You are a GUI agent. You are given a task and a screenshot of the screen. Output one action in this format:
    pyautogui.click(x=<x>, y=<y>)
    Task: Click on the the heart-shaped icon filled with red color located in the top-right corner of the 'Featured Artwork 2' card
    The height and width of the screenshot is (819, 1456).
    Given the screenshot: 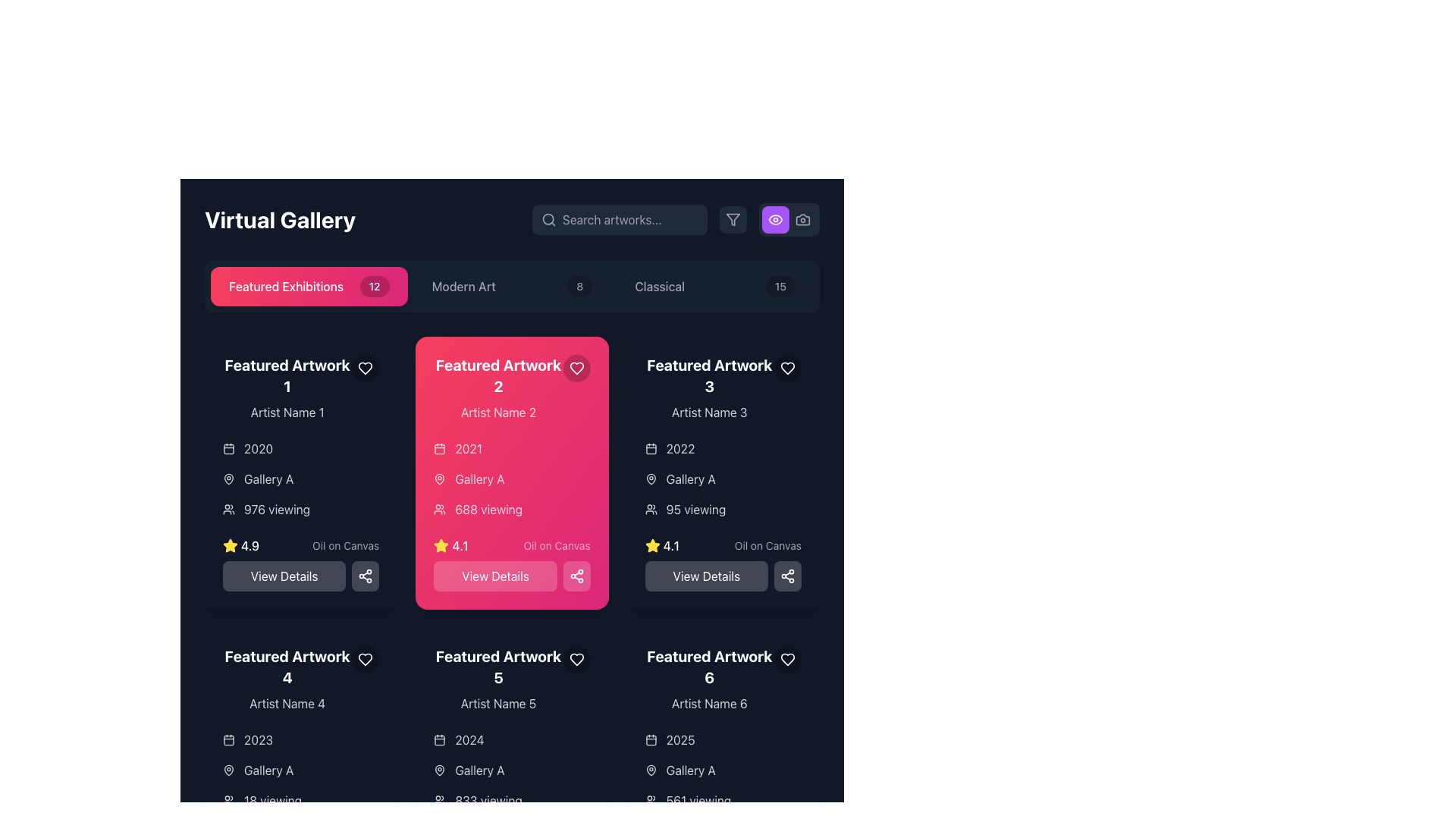 What is the action you would take?
    pyautogui.click(x=576, y=369)
    